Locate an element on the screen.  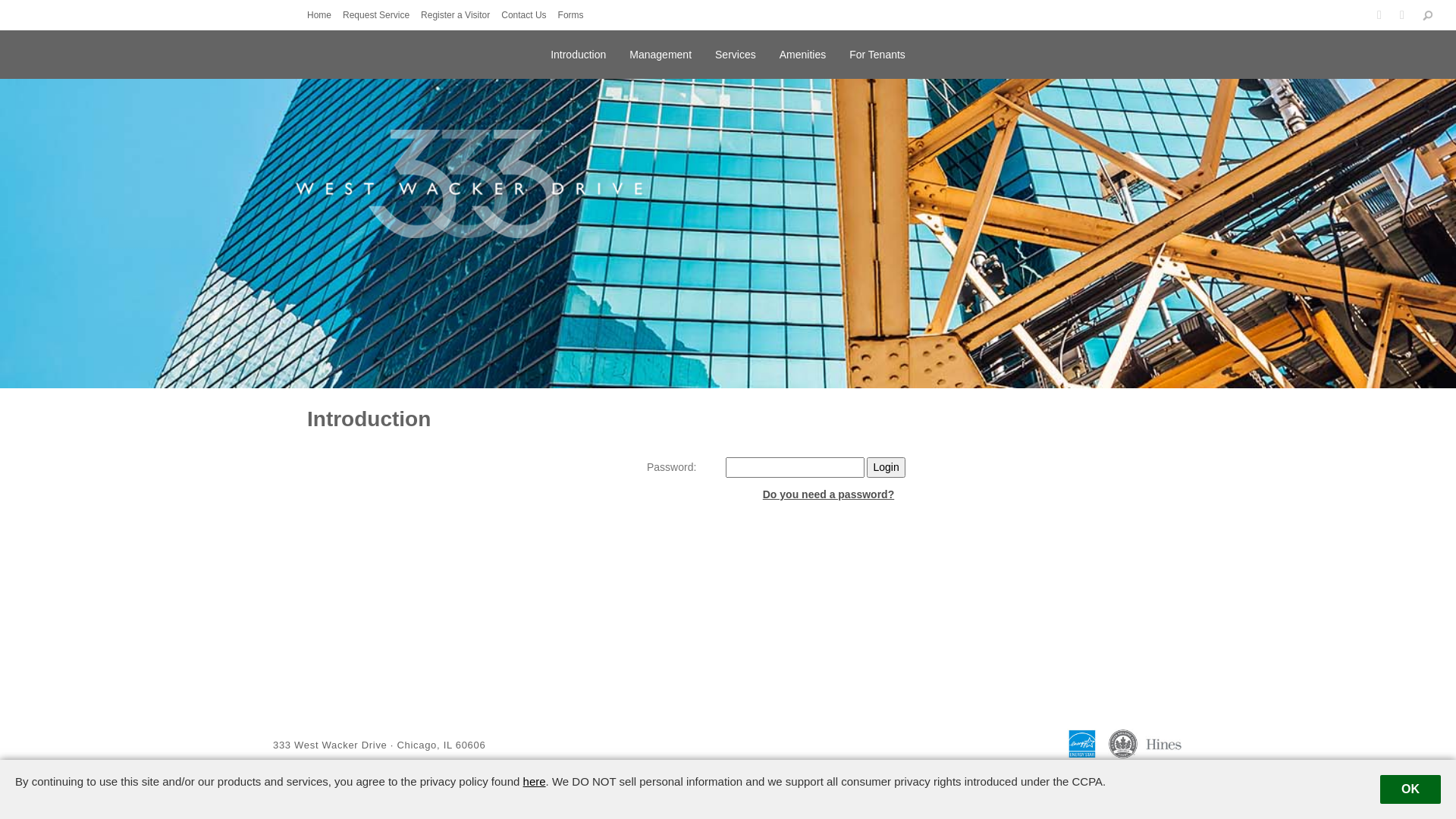
'Management' is located at coordinates (660, 52).